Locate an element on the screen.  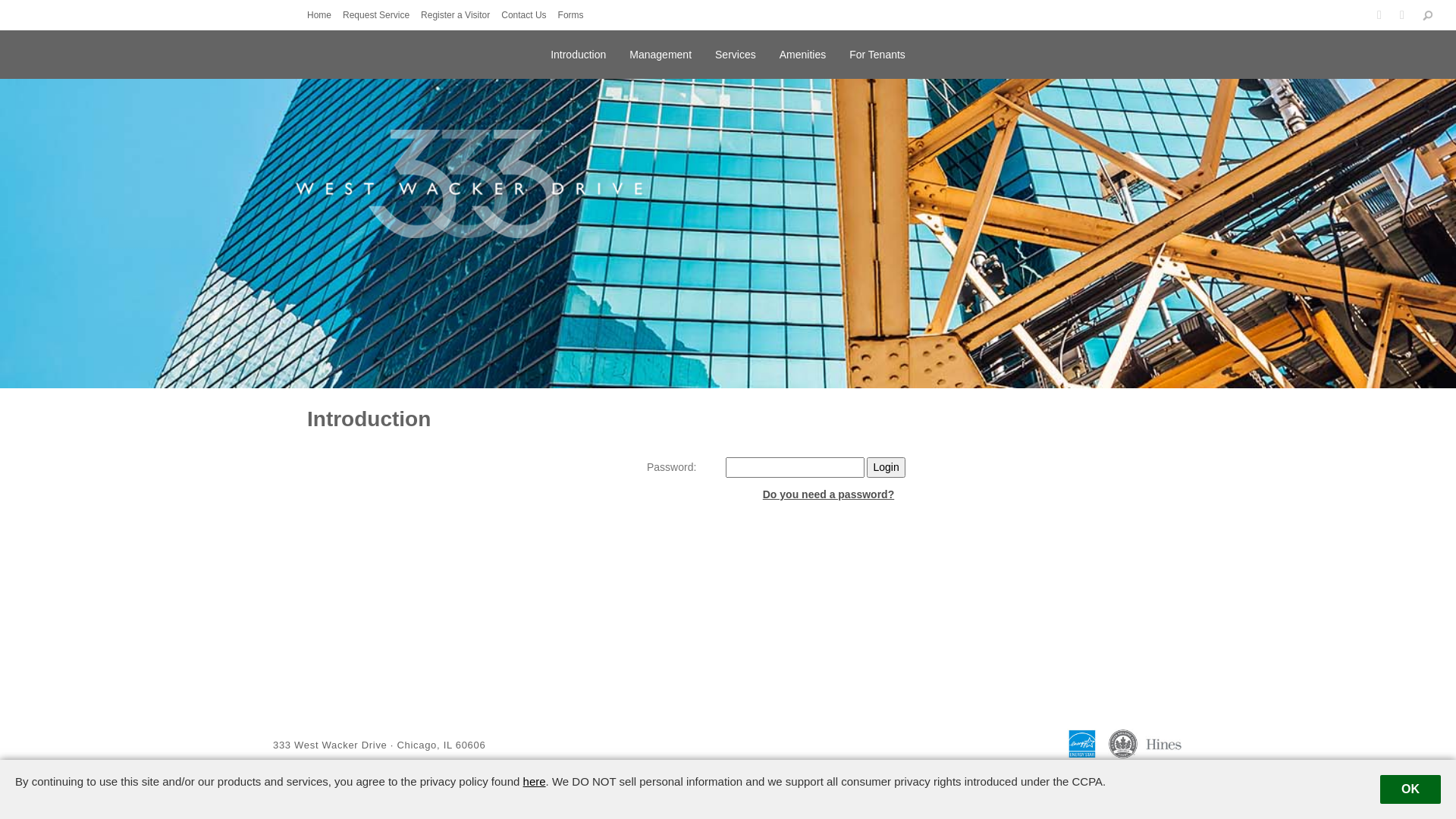
'Management' is located at coordinates (660, 52).